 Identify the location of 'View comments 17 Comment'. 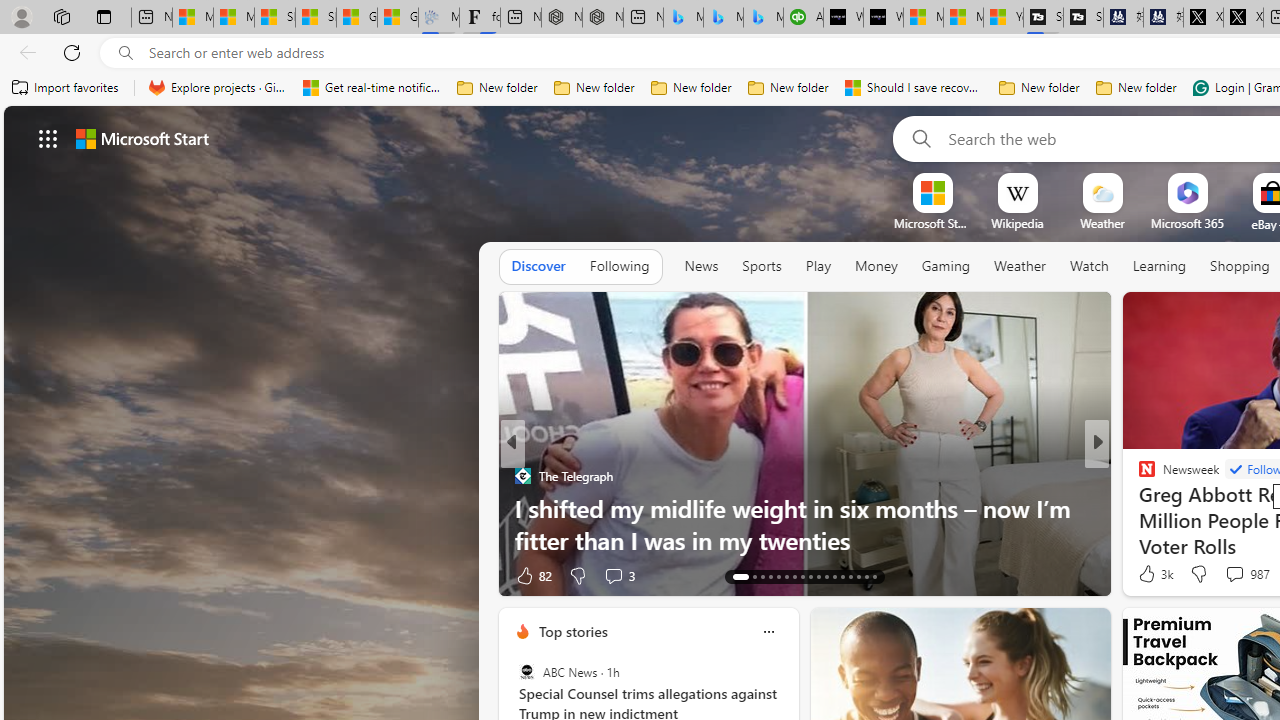
(1243, 575).